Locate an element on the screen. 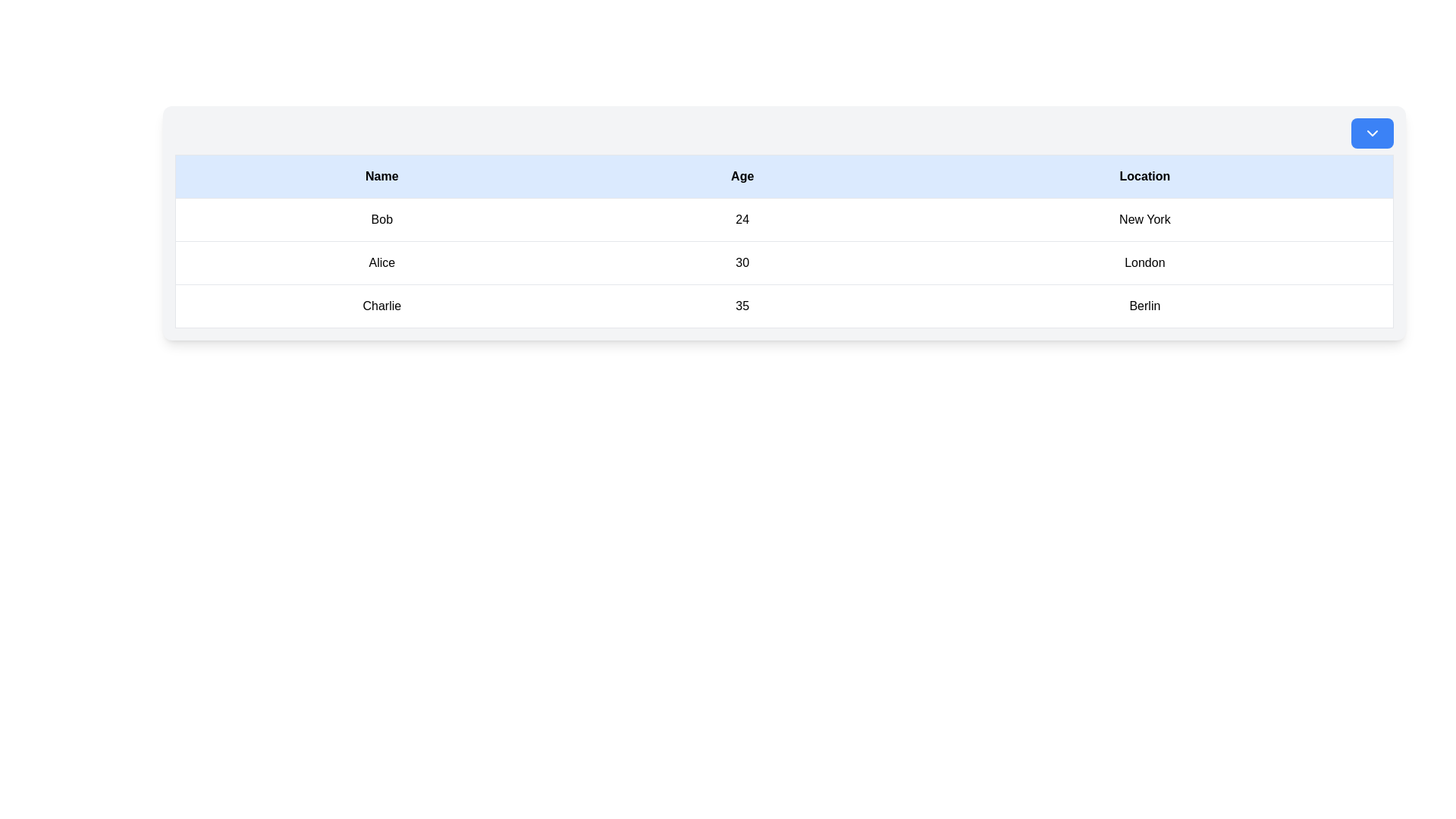 The height and width of the screenshot is (819, 1456). the 'Age' header cell, which has a light blue background and bold black text, to edit the column name is located at coordinates (742, 175).